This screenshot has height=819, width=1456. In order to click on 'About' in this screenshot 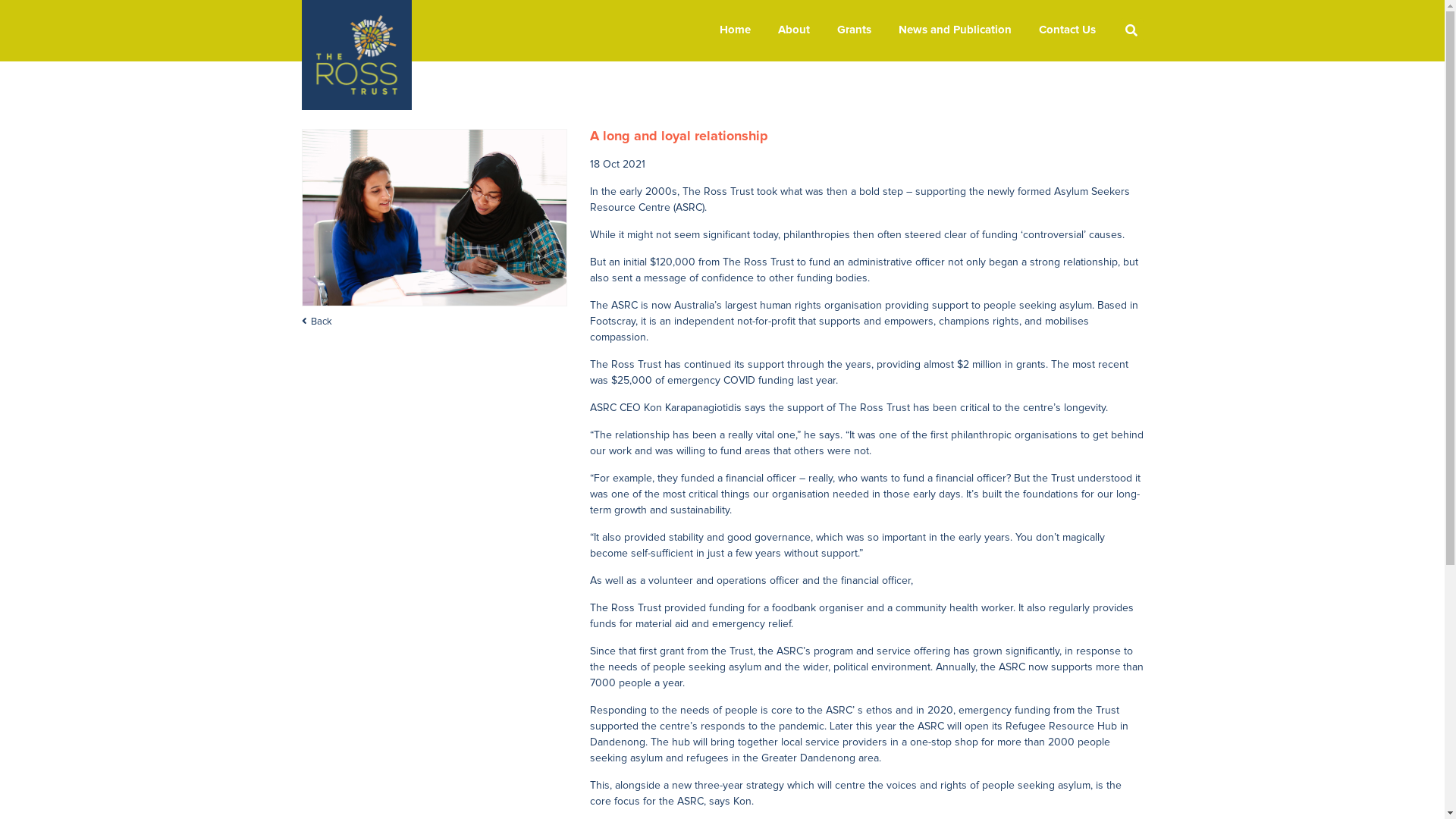, I will do `click(764, 30)`.